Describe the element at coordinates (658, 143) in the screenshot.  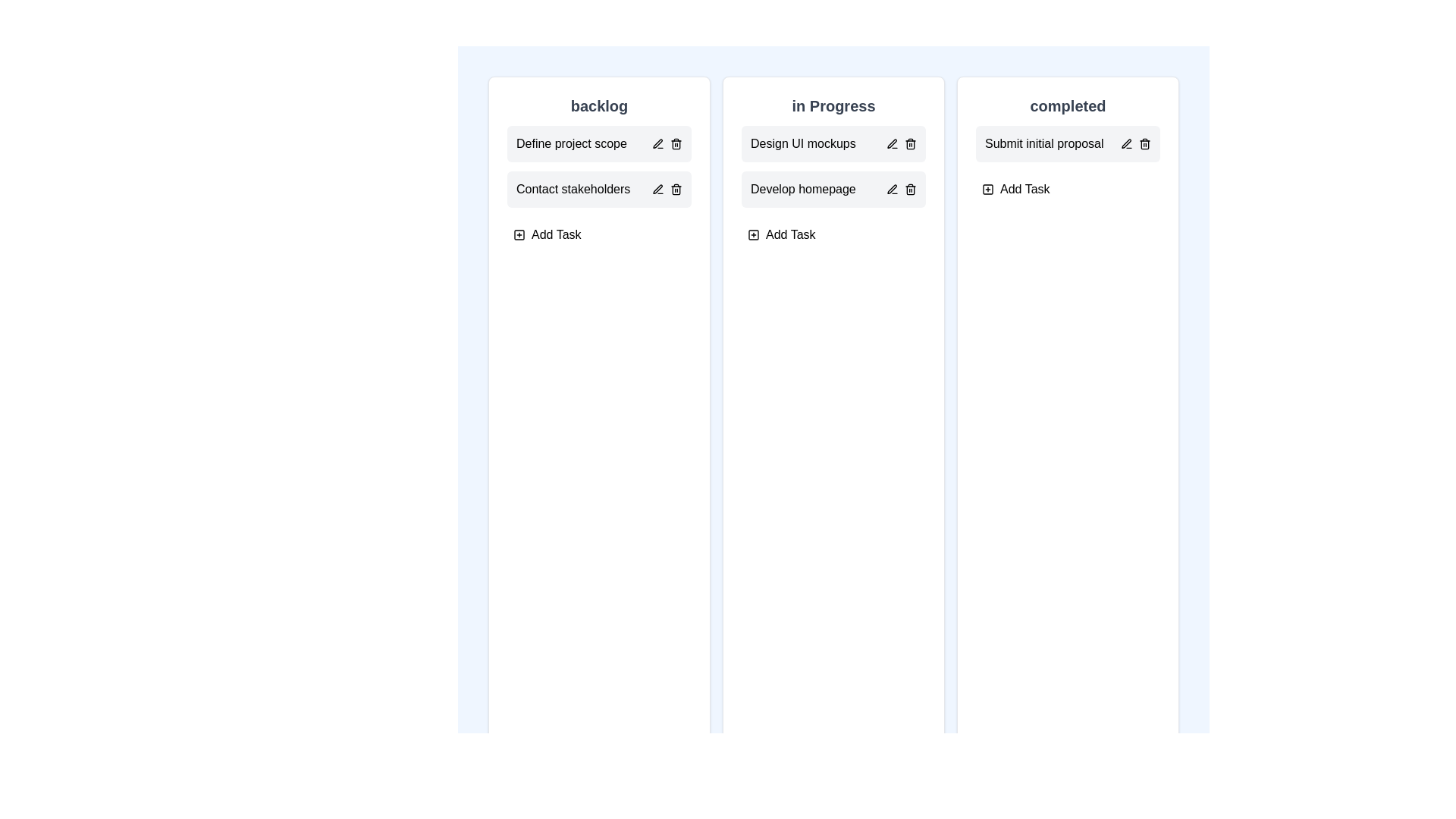
I see `the edit icon of the task 'Define project scope' in the 'backlog' column` at that location.